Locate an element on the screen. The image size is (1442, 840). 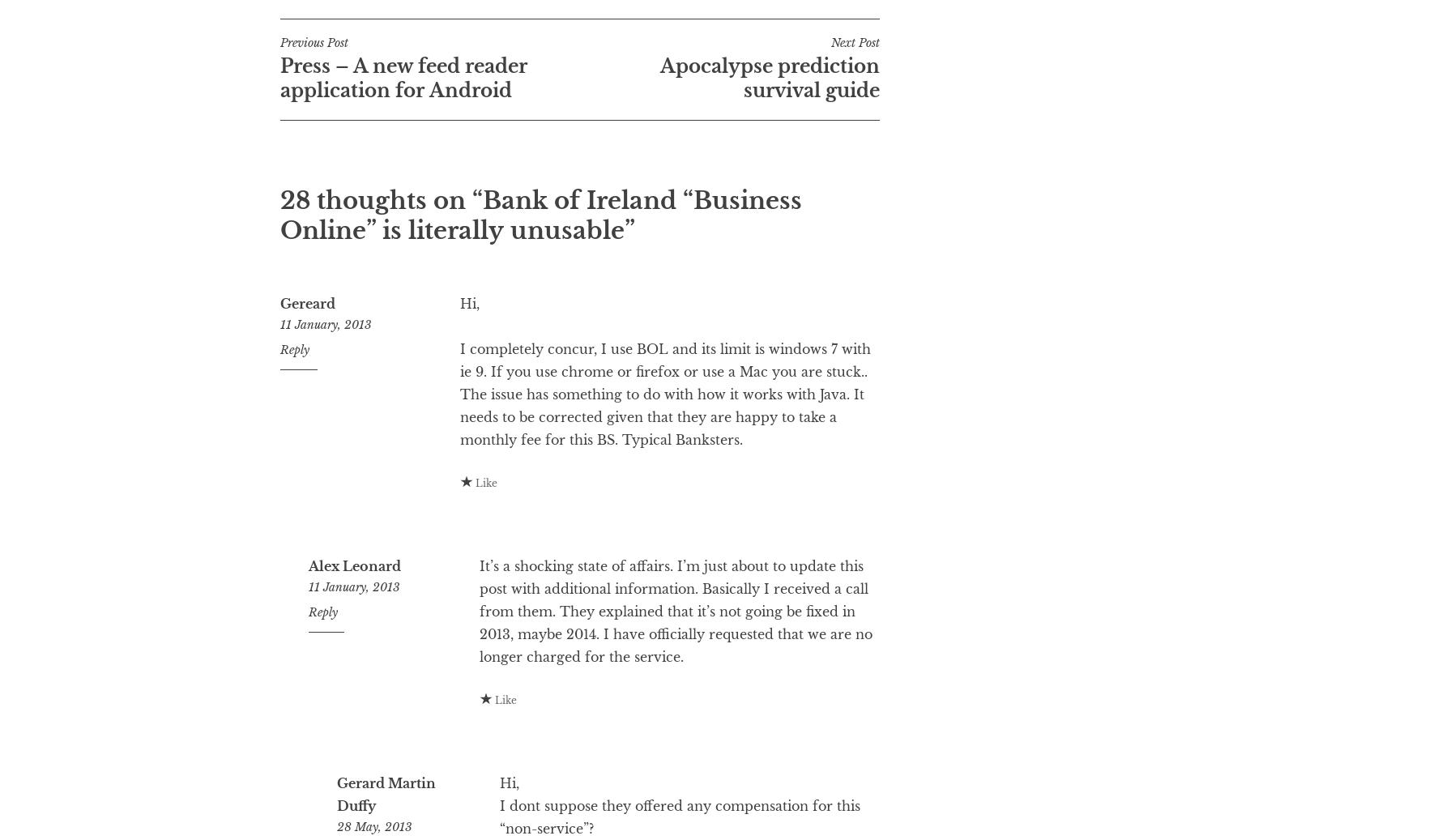
'work' is located at coordinates (535, 27).